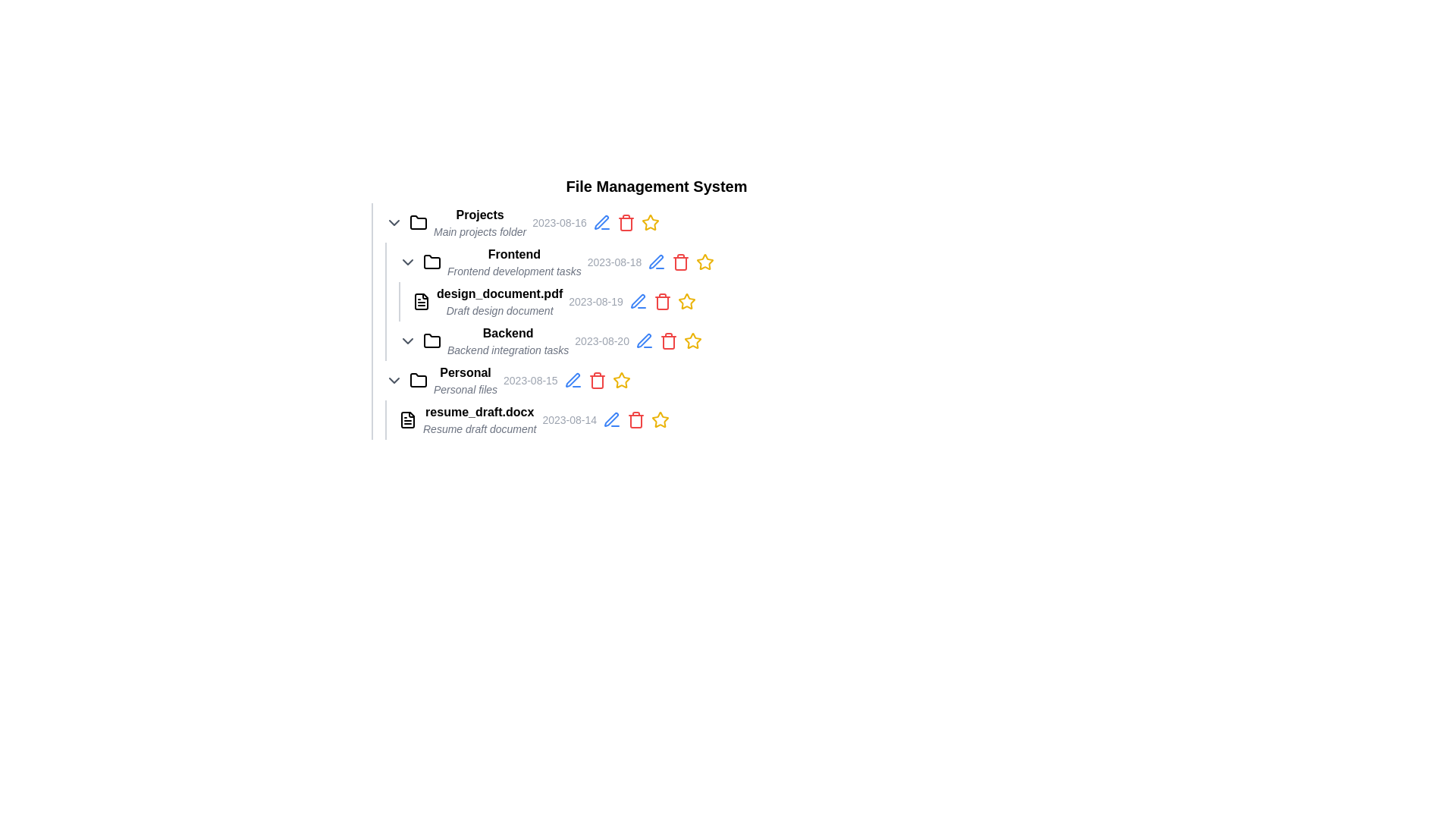  What do you see at coordinates (422, 301) in the screenshot?
I see `the rectangular document icon with a fold in the top-right corner, located next to the label 'design_document.pdf' in the file management interface` at bounding box center [422, 301].